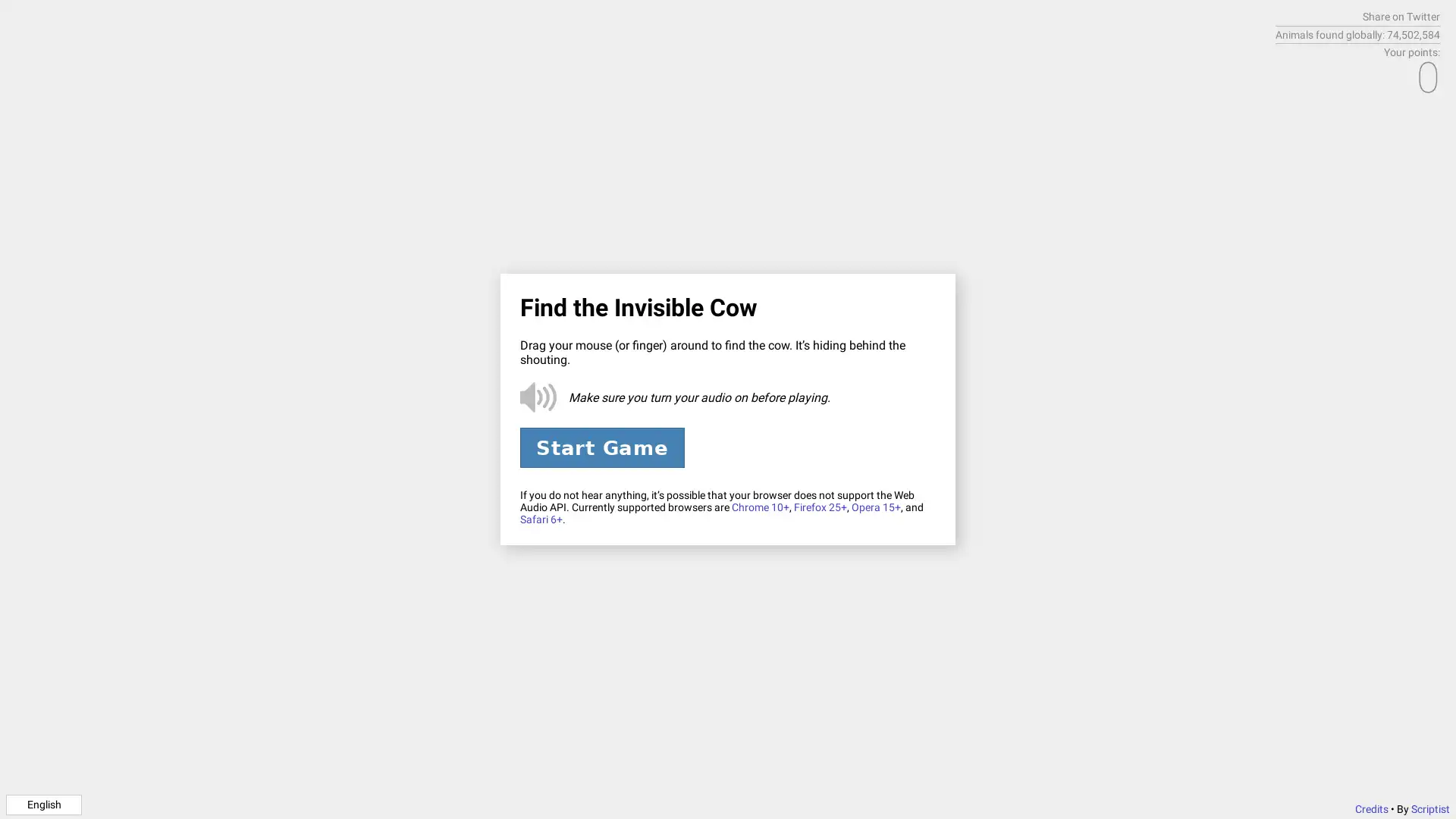  Describe the element at coordinates (43, 803) in the screenshot. I see `English` at that location.